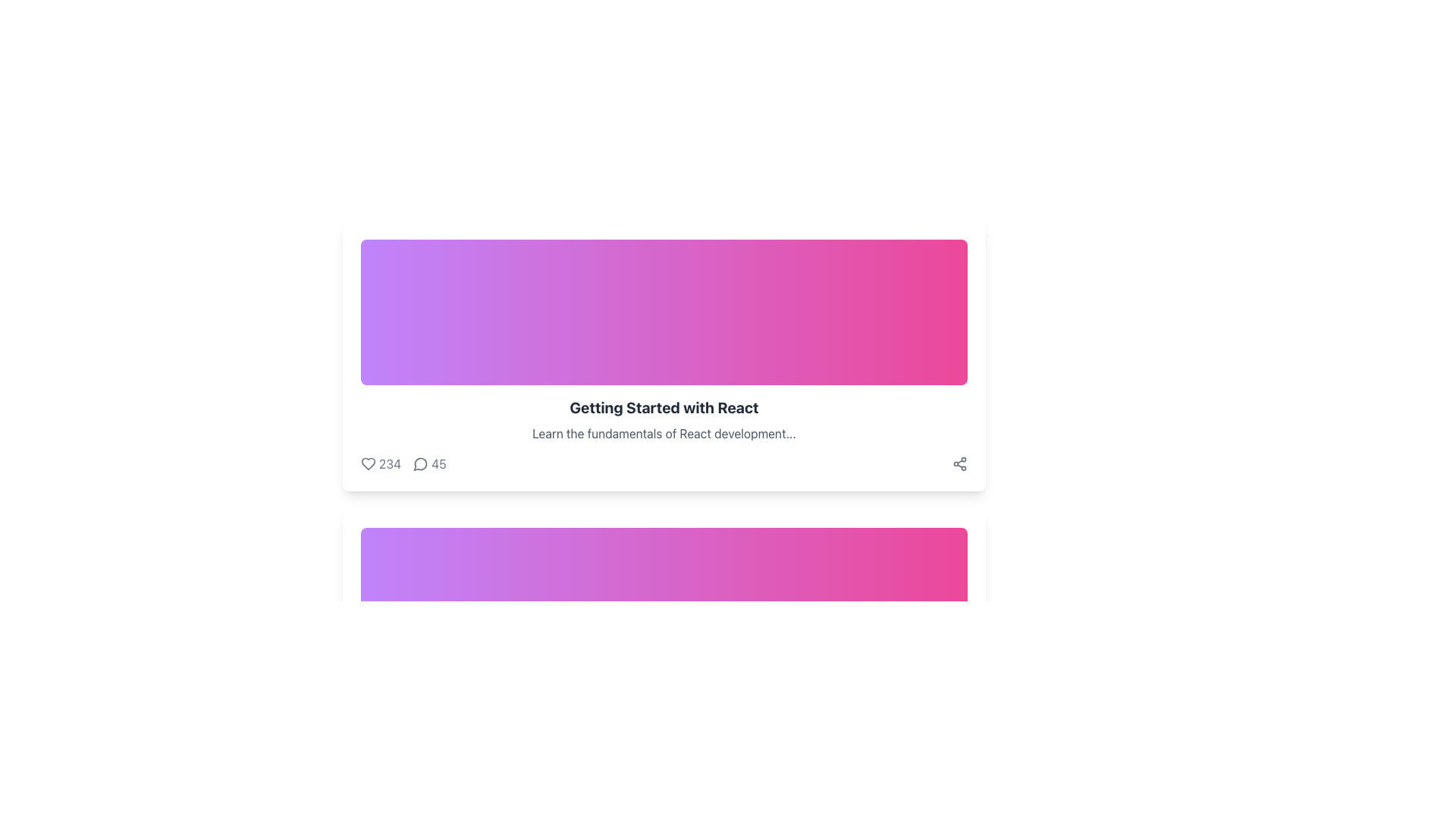  Describe the element at coordinates (420, 463) in the screenshot. I see `the messaging icon located in the central bottom area of the rectangular card interface` at that location.